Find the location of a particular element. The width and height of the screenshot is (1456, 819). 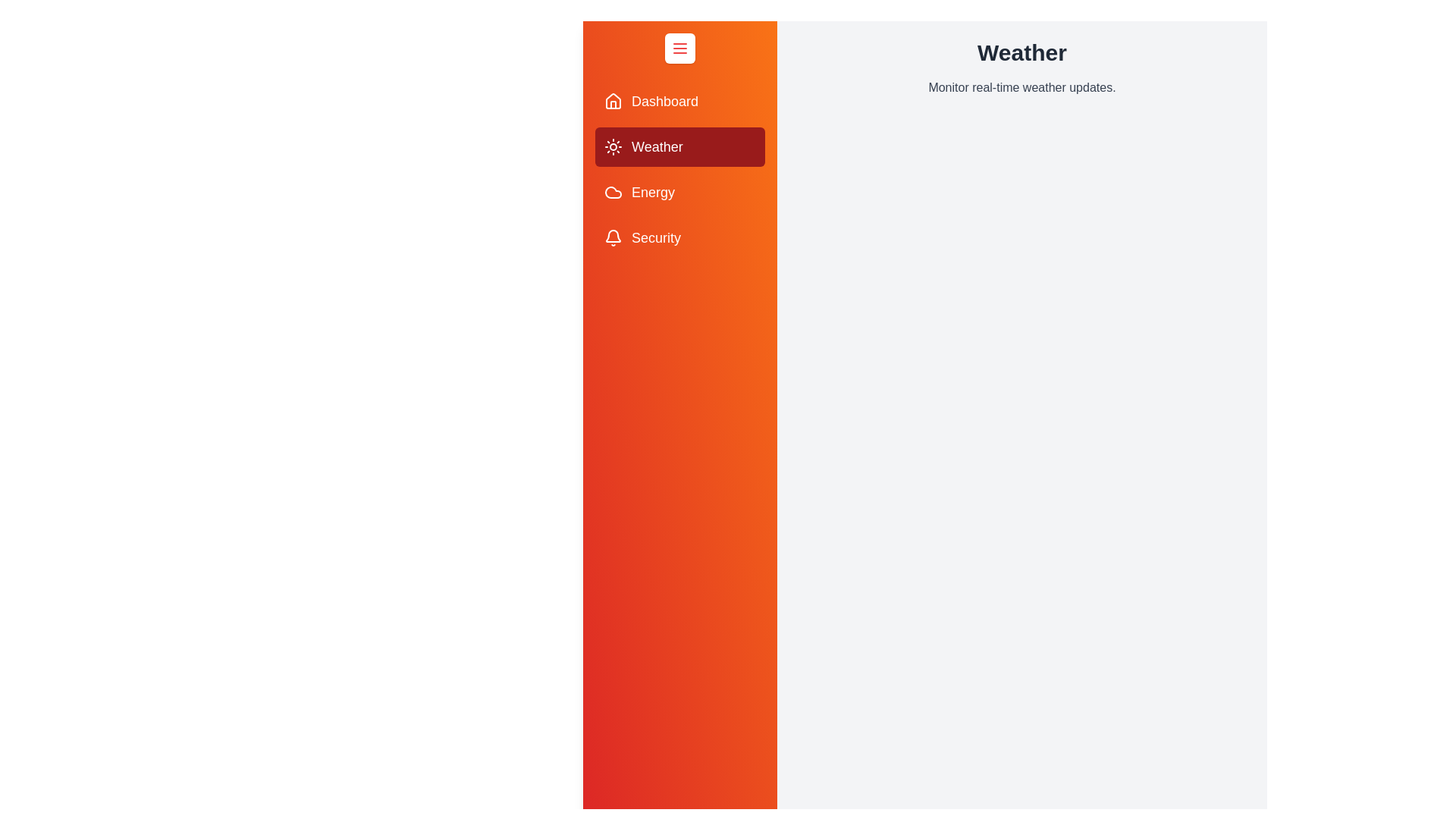

button with the menu icon to toggle the drawer is located at coordinates (679, 48).